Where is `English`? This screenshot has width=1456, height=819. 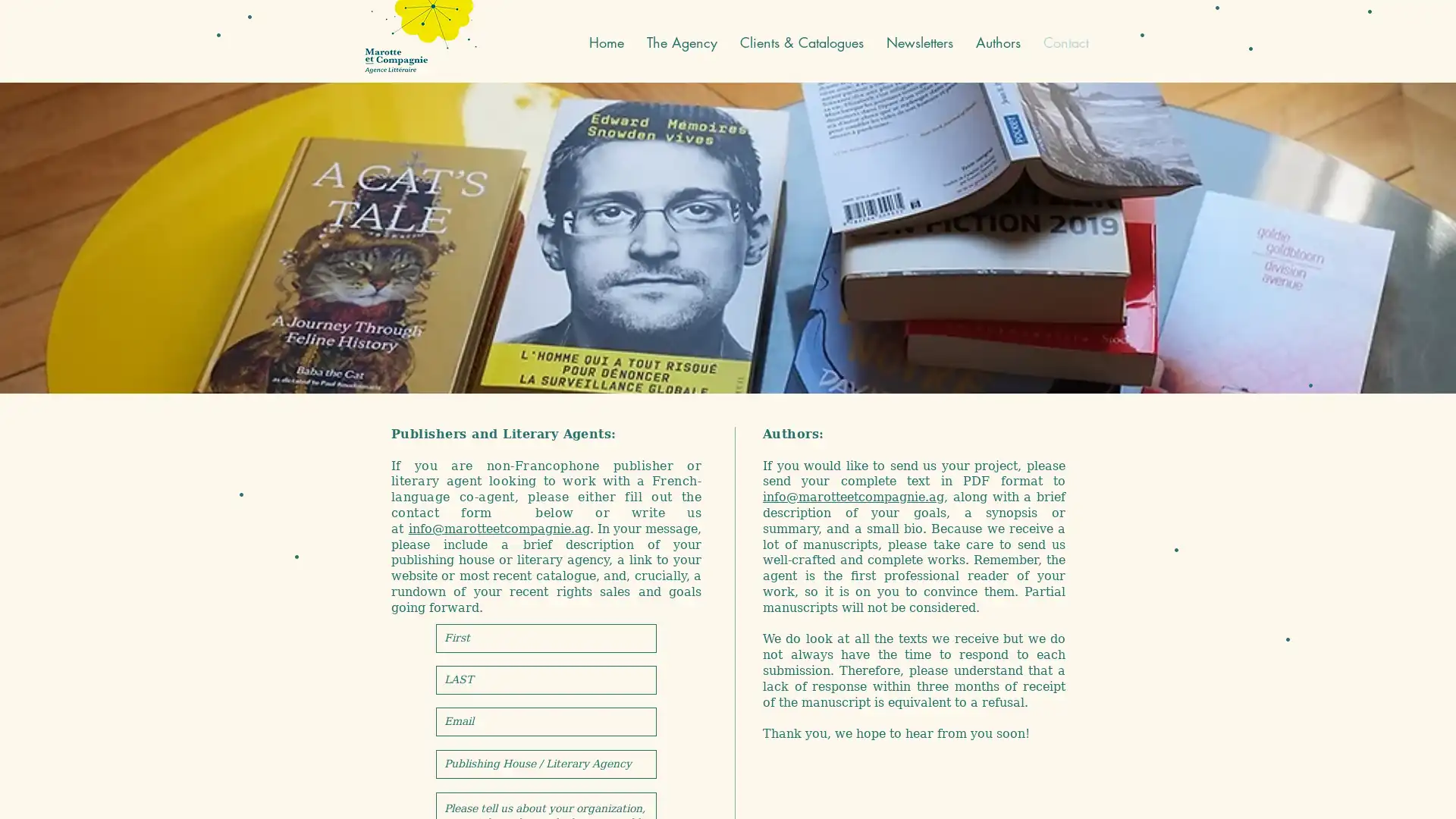
English is located at coordinates (541, 42).